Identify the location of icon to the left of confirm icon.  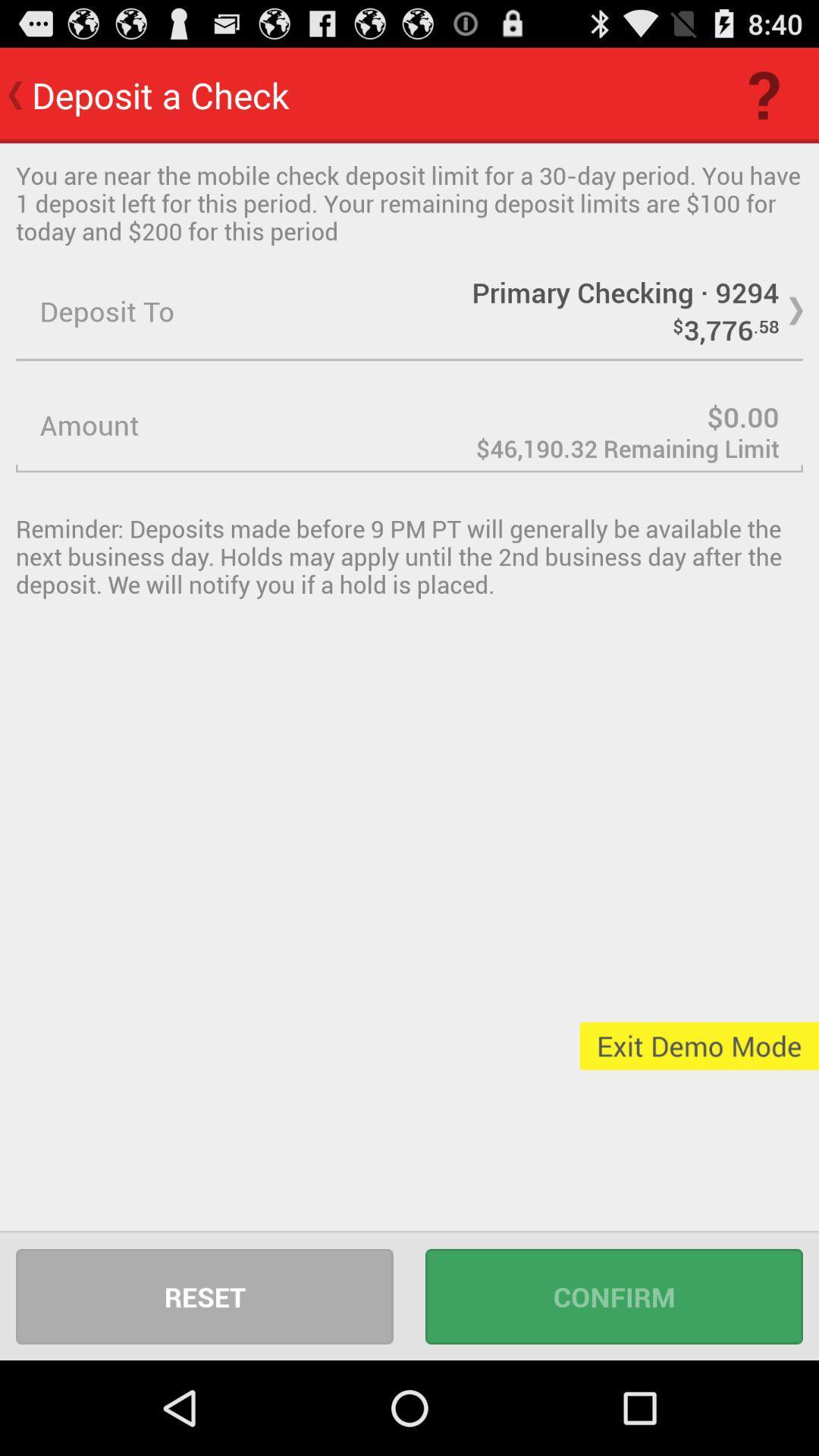
(205, 1295).